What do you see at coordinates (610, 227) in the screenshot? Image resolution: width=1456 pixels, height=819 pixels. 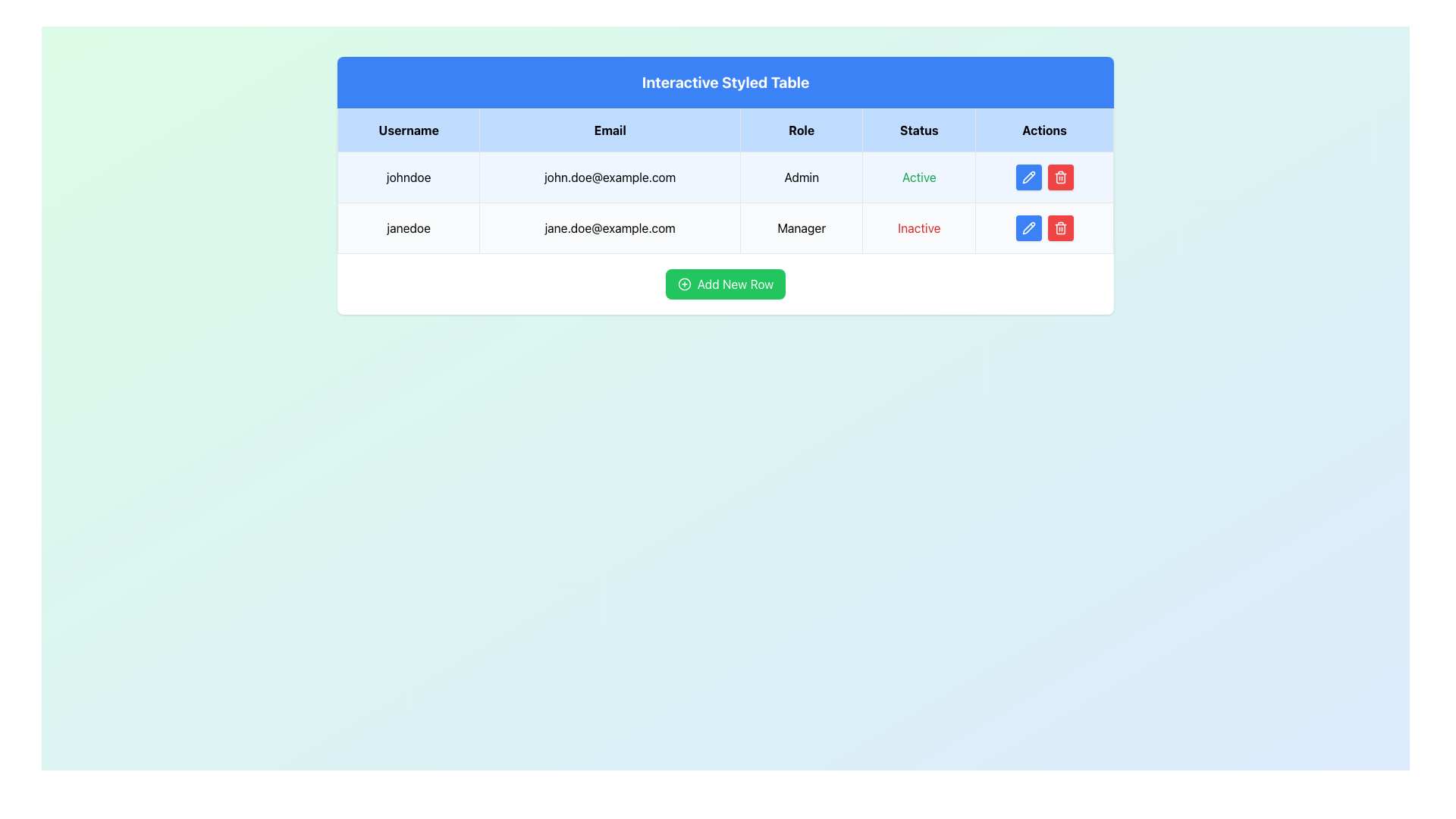 I see `the email address element located in the second row of the table, which serves as a reference for the user's email` at bounding box center [610, 227].